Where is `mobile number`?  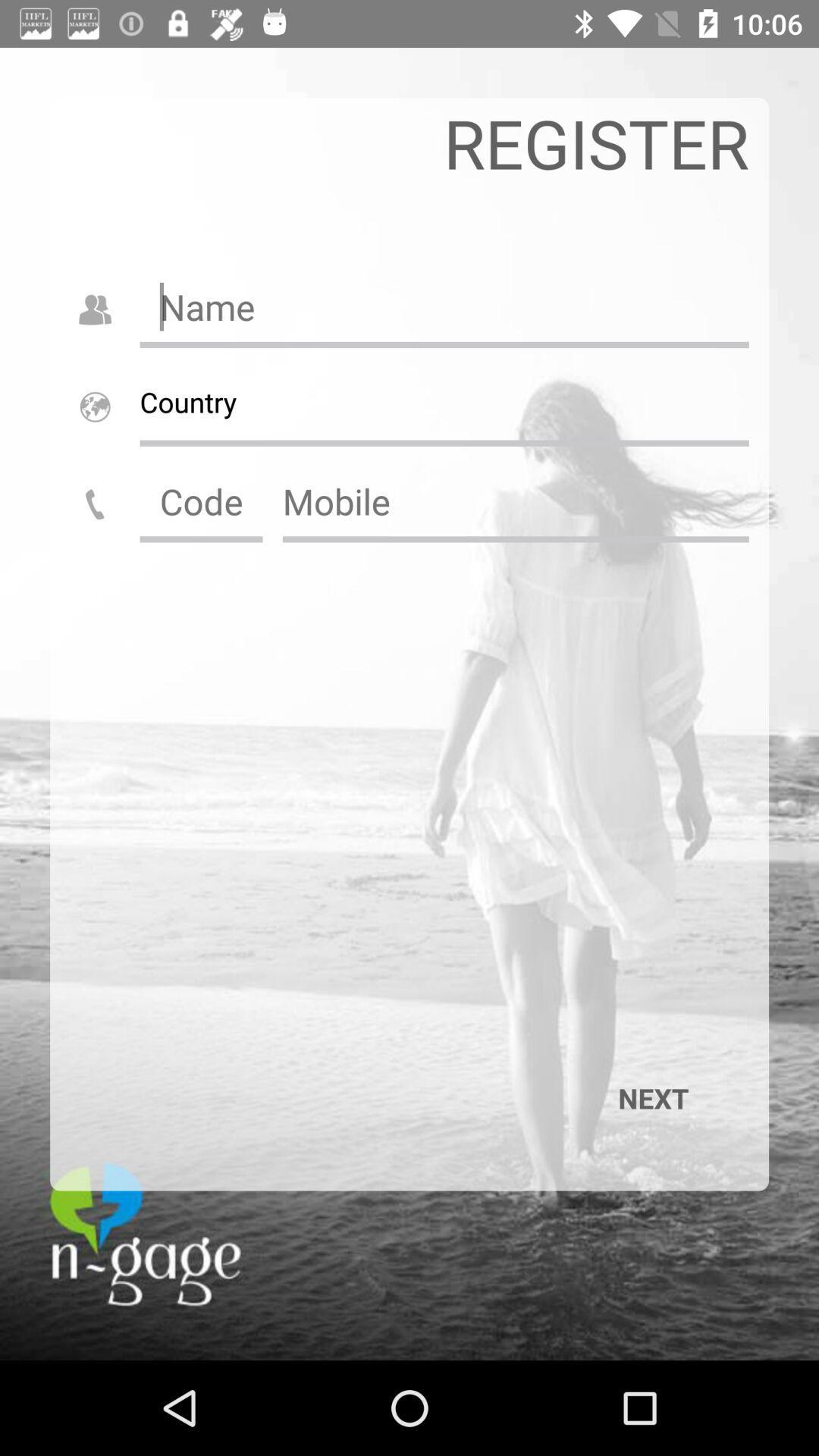 mobile number is located at coordinates (515, 501).